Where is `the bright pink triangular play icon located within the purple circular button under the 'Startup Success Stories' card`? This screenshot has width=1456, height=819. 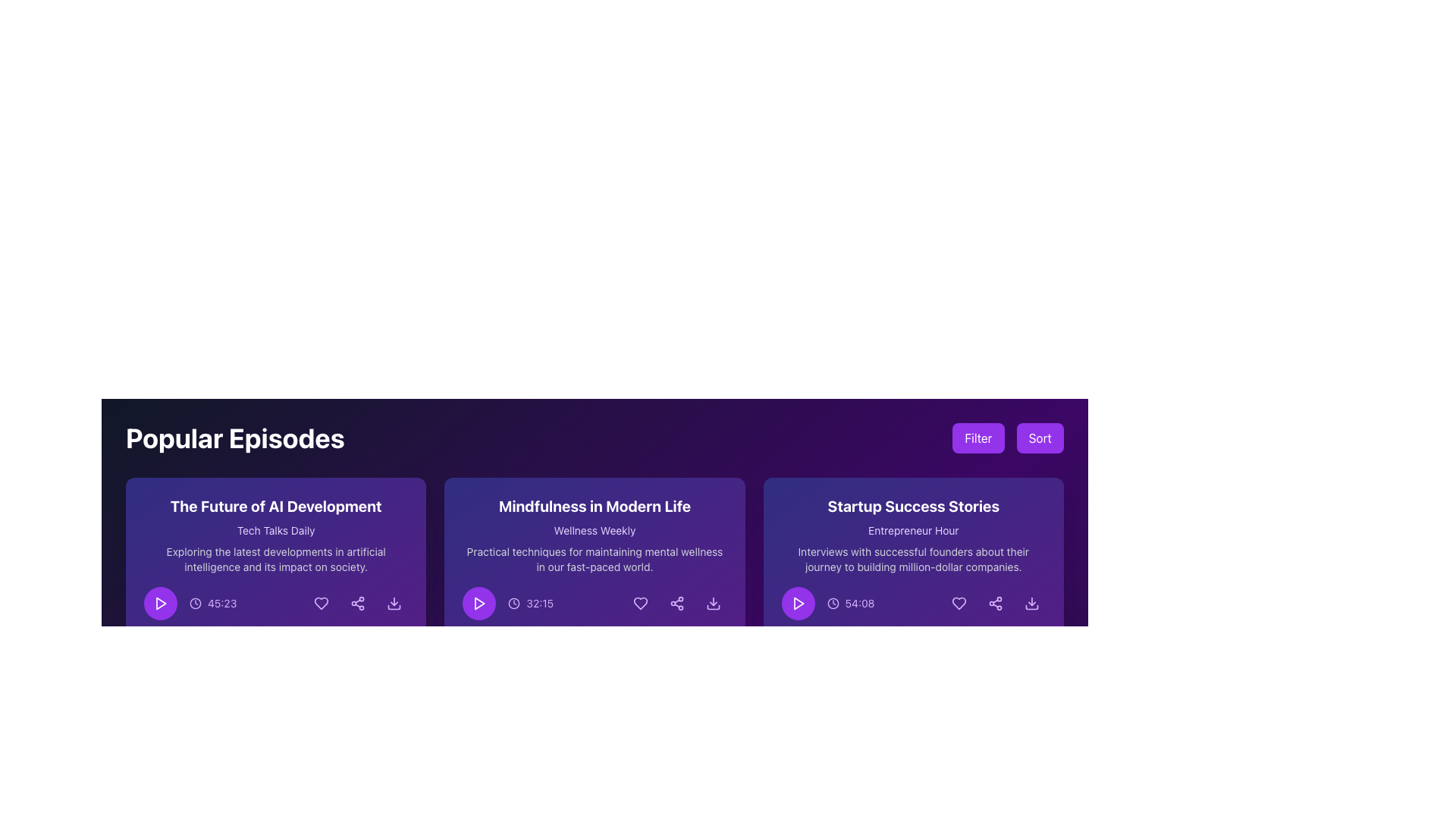 the bright pink triangular play icon located within the purple circular button under the 'Startup Success Stories' card is located at coordinates (797, 602).